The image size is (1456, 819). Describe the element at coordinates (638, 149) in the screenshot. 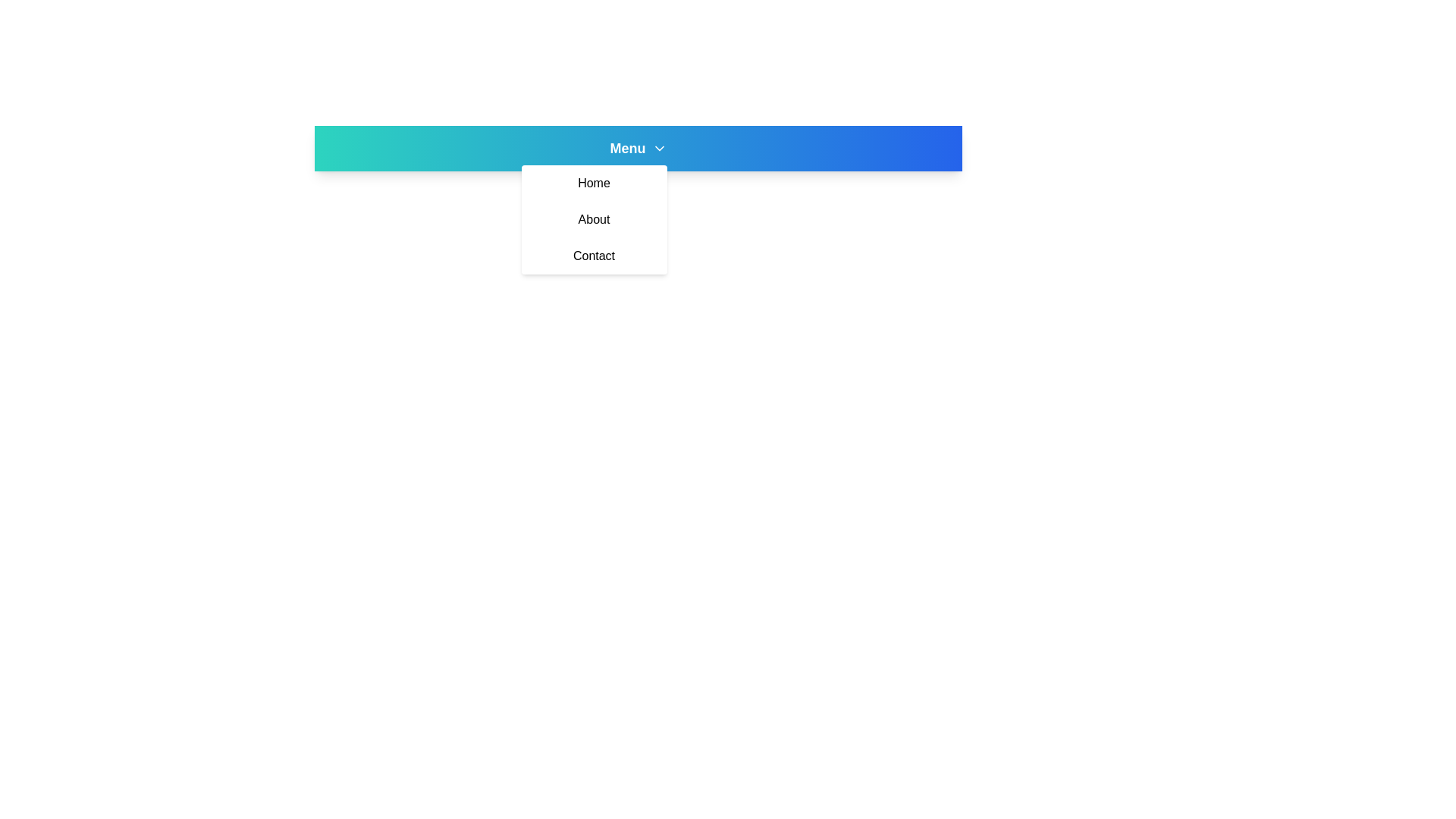

I see `the 'Menu' button to toggle the dropdown menu visibility` at that location.